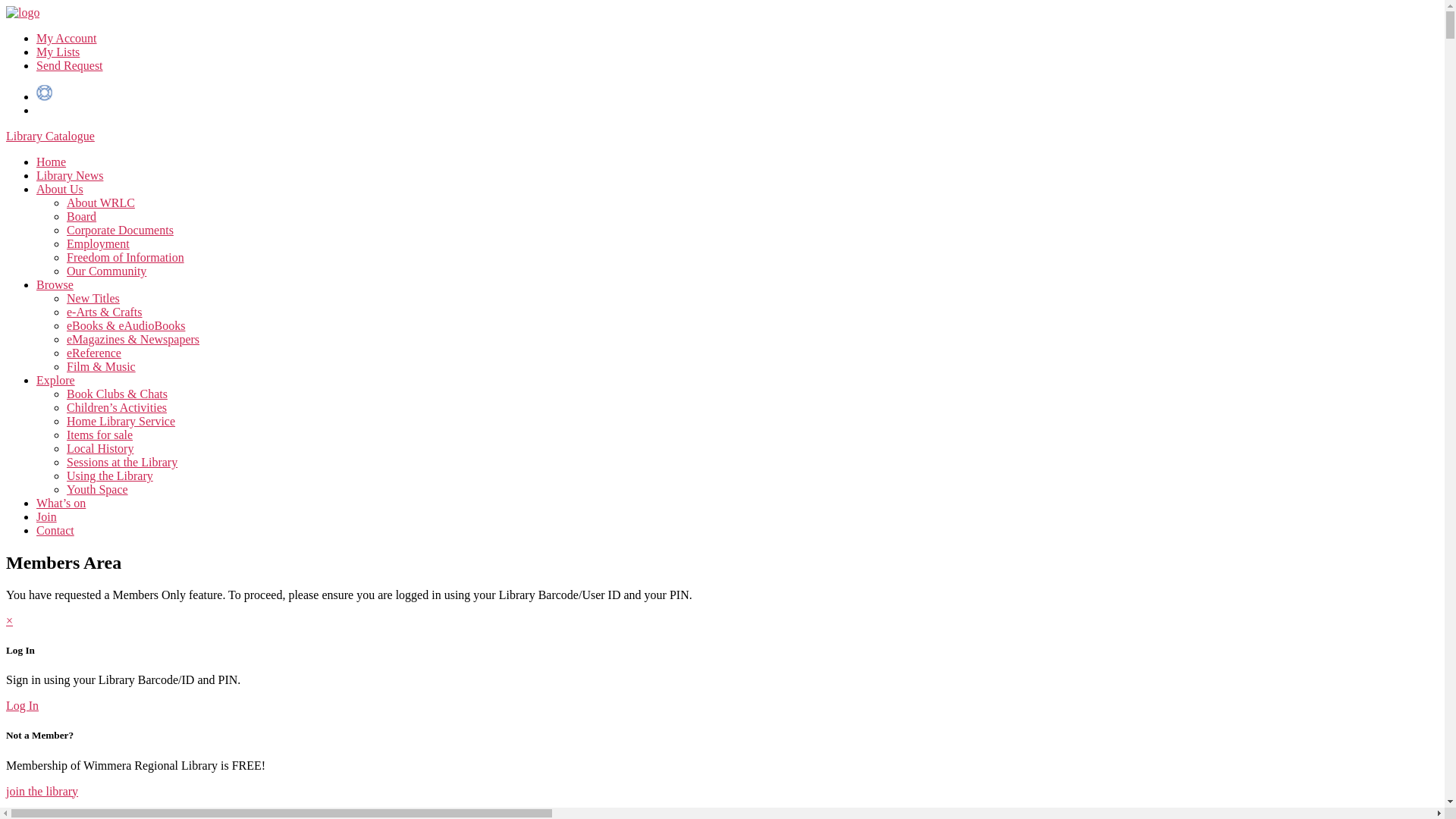 The height and width of the screenshot is (819, 1456). What do you see at coordinates (65, 37) in the screenshot?
I see `'My Account'` at bounding box center [65, 37].